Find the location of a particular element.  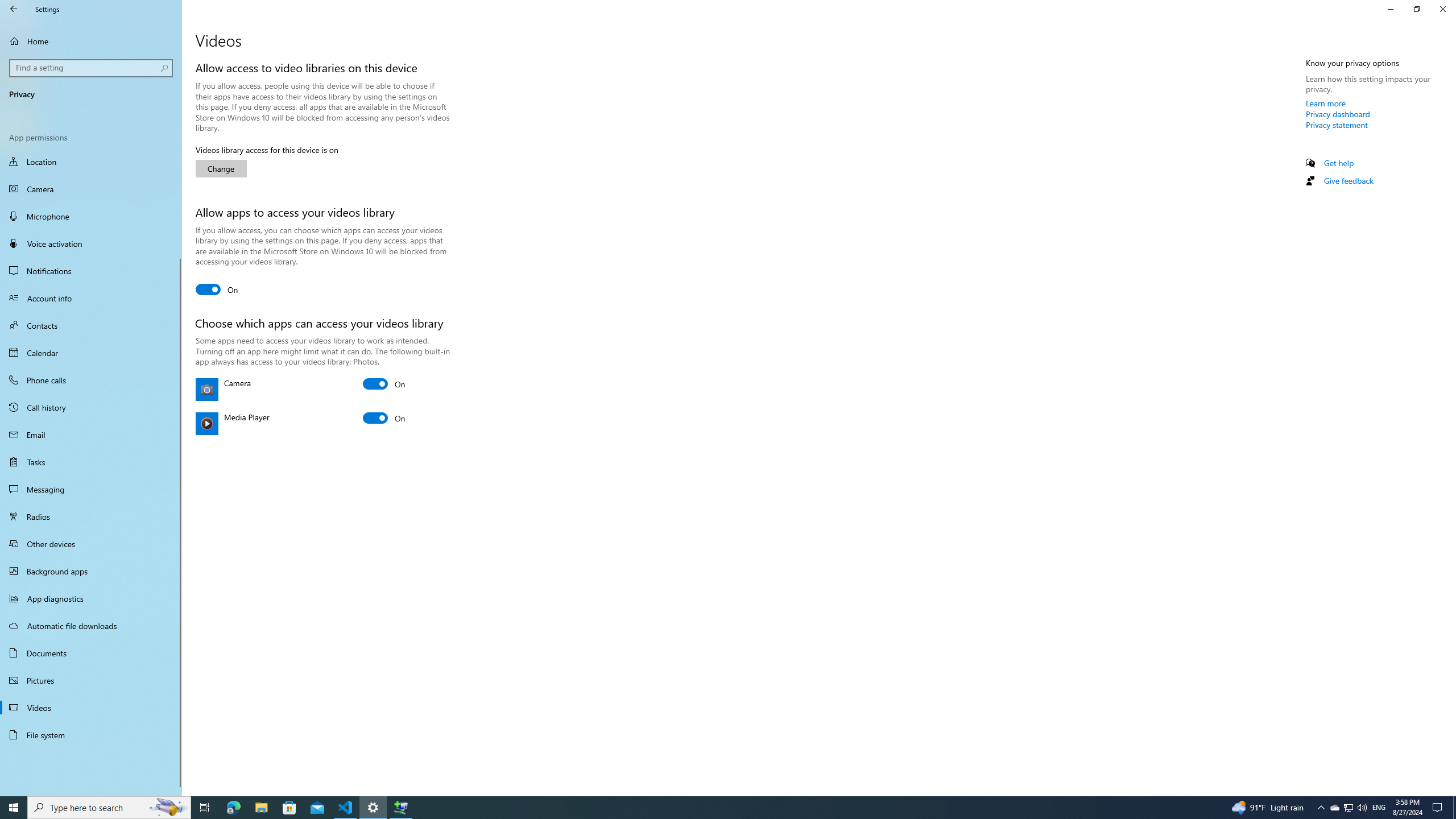

'Location' is located at coordinates (90, 162).